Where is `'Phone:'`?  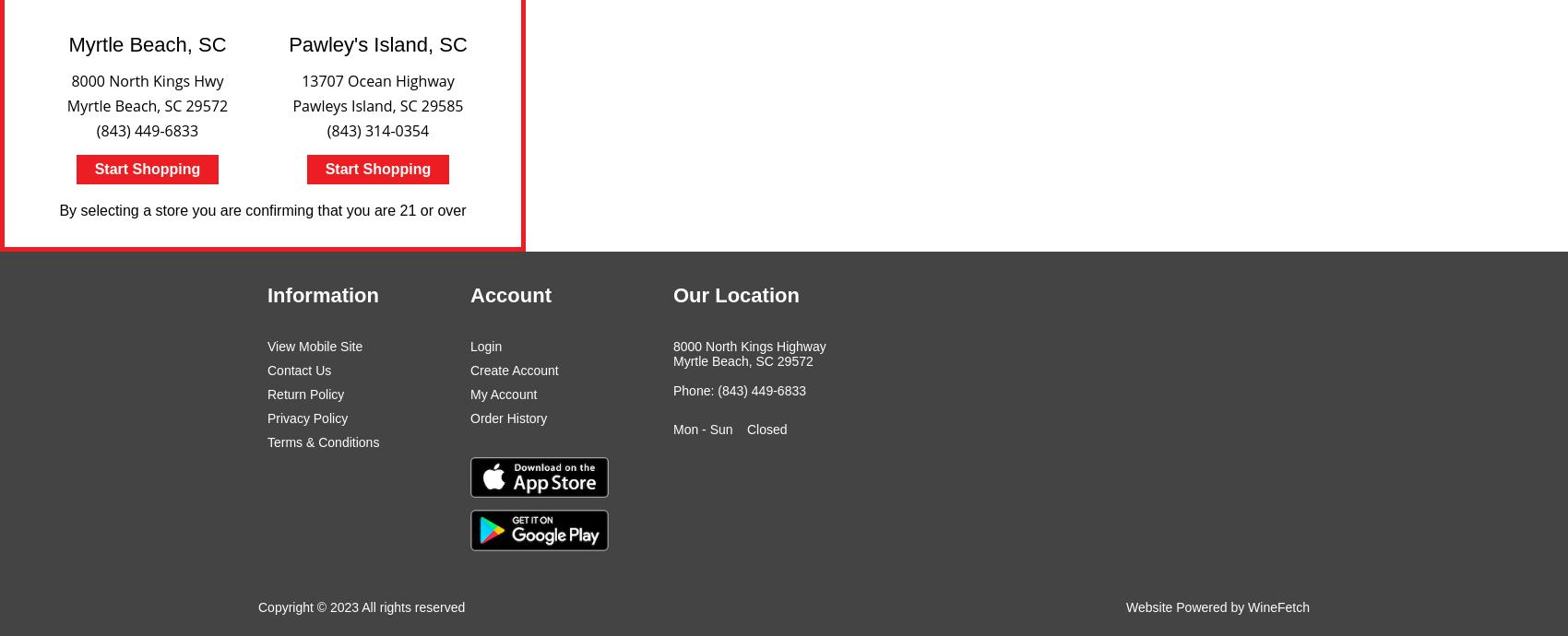
'Phone:' is located at coordinates (694, 389).